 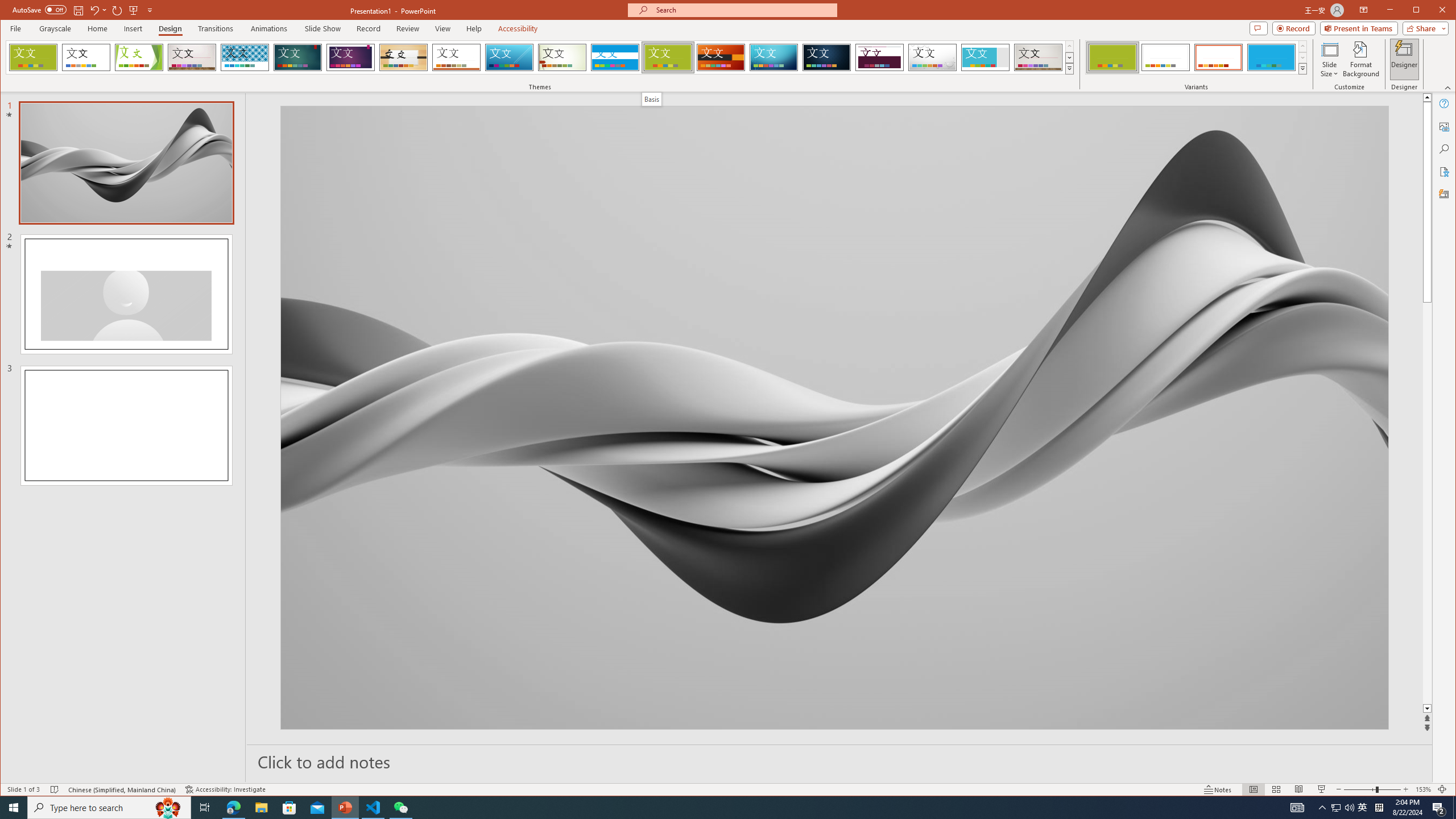 What do you see at coordinates (1270, 57) in the screenshot?
I see `'Basis Variant 4'` at bounding box center [1270, 57].